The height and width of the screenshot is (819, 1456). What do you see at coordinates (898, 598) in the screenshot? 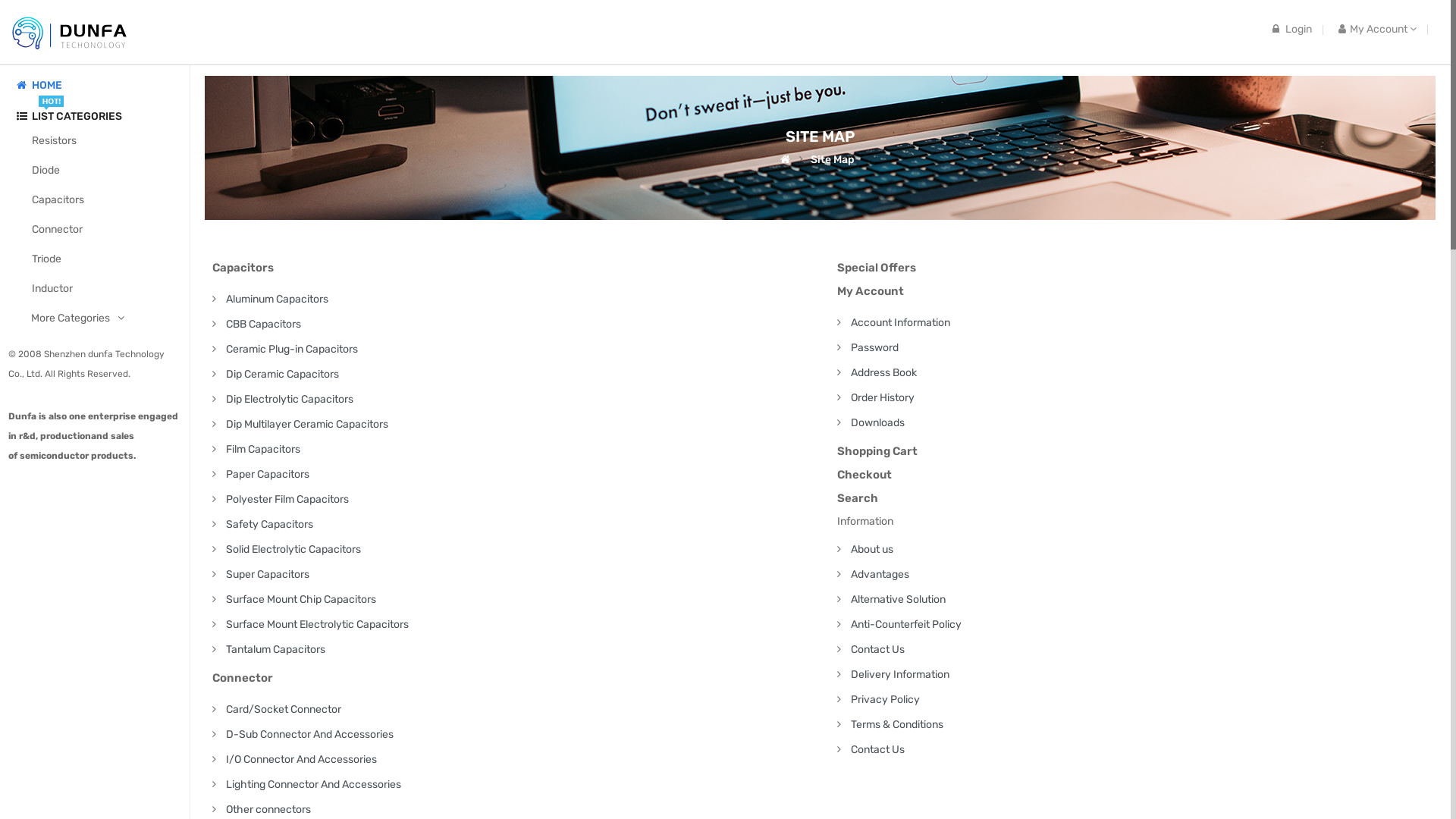
I see `'Alternative Solution'` at bounding box center [898, 598].